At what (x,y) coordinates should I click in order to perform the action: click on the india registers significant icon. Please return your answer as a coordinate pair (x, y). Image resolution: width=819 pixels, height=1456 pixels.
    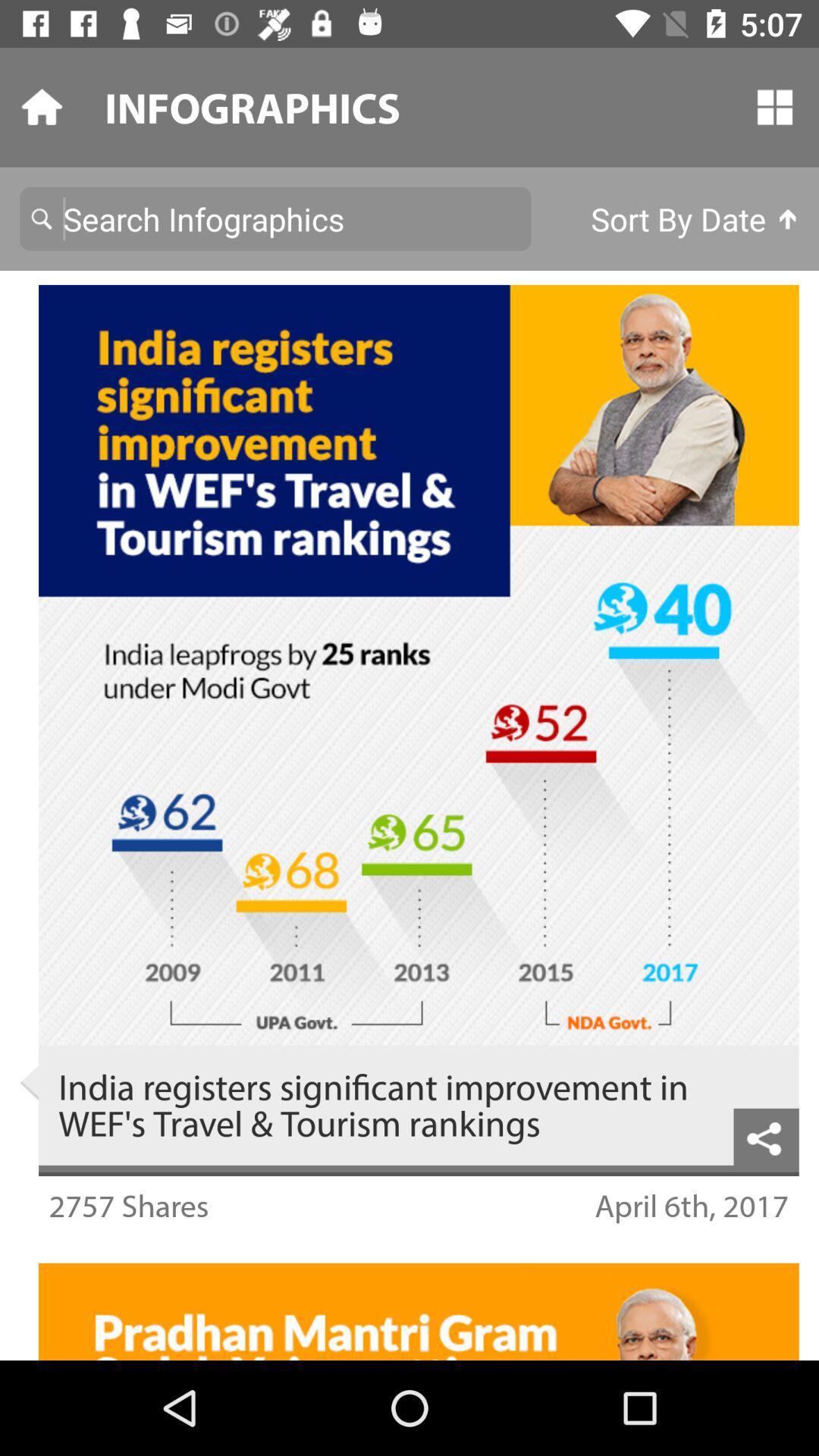
    Looking at the image, I should click on (385, 1105).